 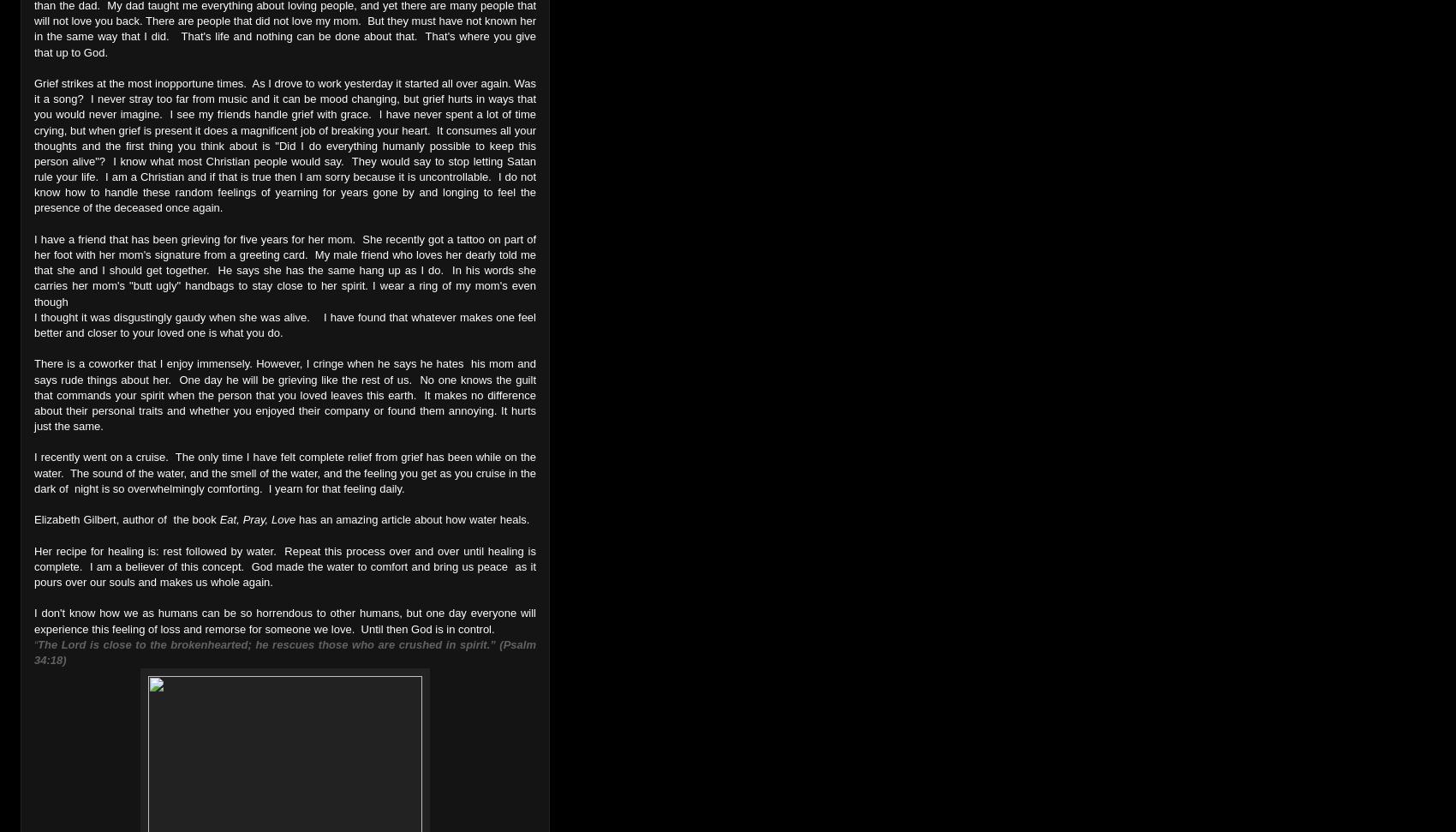 I want to click on 'I thought it was disgustingly gaudy when she was alive.    I have found that whatever makes one feel better and closer to your loved one is what you do.', so click(x=284, y=324).